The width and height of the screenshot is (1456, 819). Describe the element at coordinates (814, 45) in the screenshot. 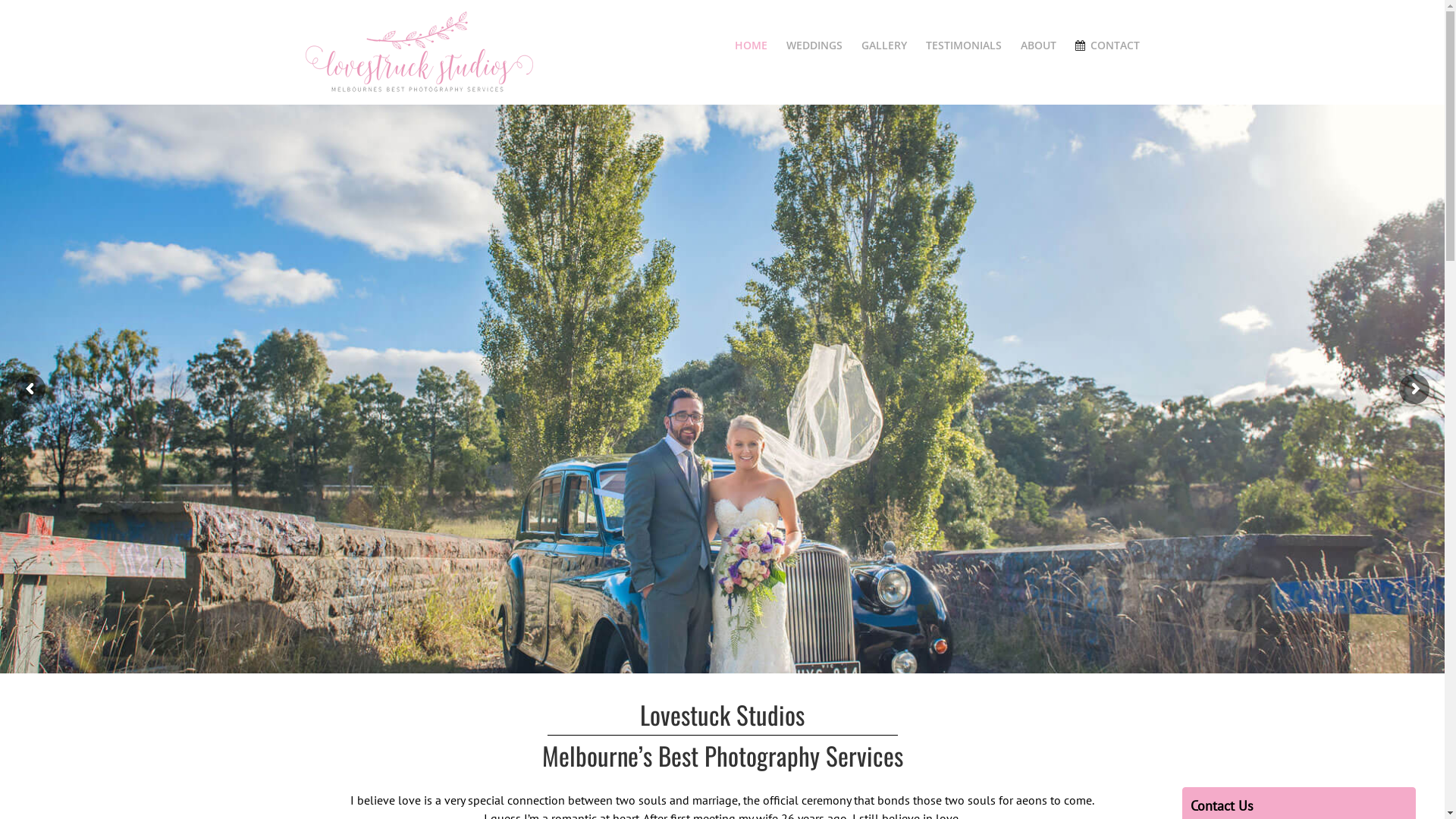

I see `'WEDDINGS'` at that location.